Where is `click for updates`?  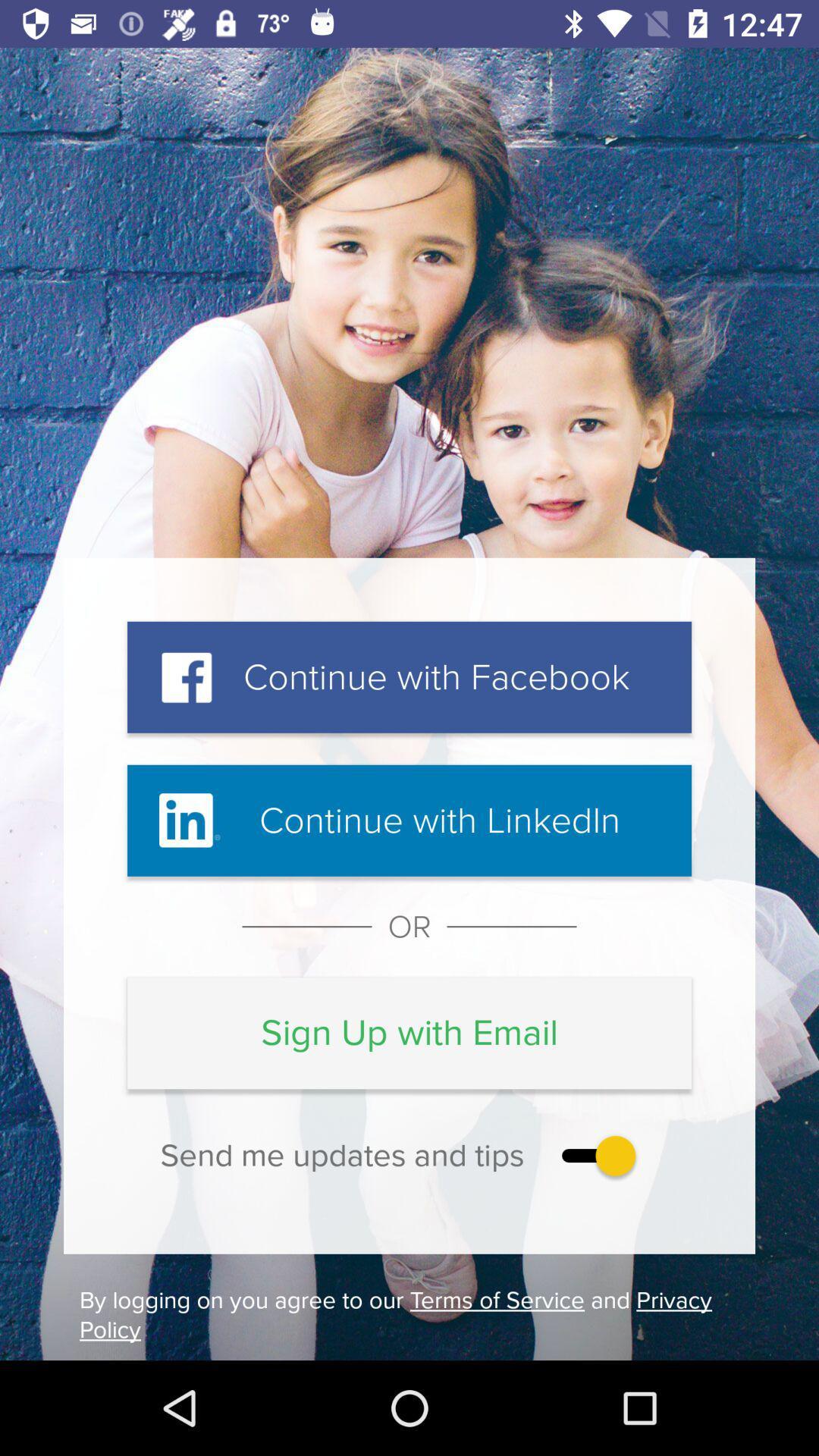
click for updates is located at coordinates (595, 1154).